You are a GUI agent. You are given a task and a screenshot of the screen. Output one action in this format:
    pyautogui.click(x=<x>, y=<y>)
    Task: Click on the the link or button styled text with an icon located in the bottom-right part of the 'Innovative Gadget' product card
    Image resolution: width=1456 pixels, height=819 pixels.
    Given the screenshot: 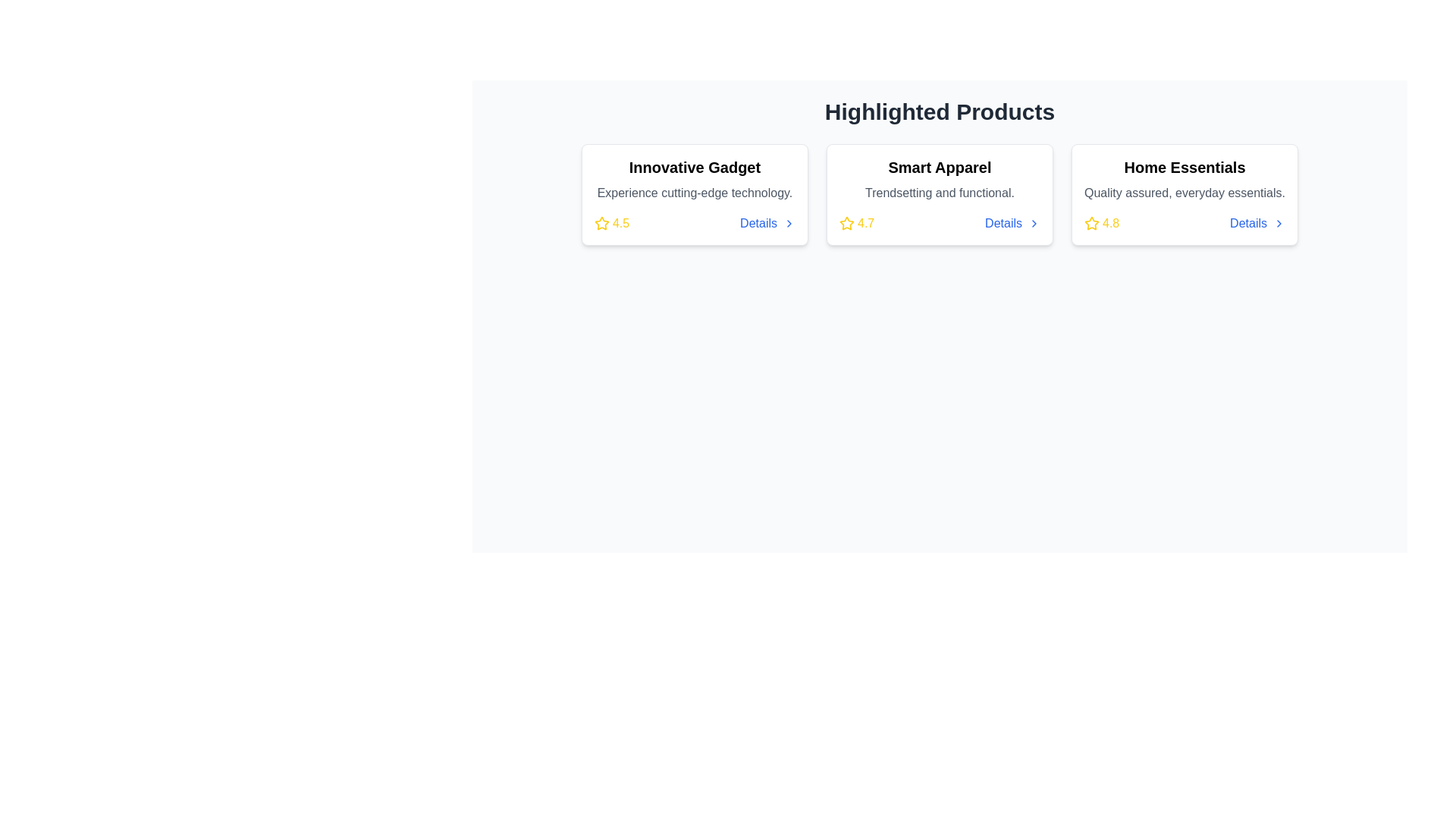 What is the action you would take?
    pyautogui.click(x=767, y=223)
    